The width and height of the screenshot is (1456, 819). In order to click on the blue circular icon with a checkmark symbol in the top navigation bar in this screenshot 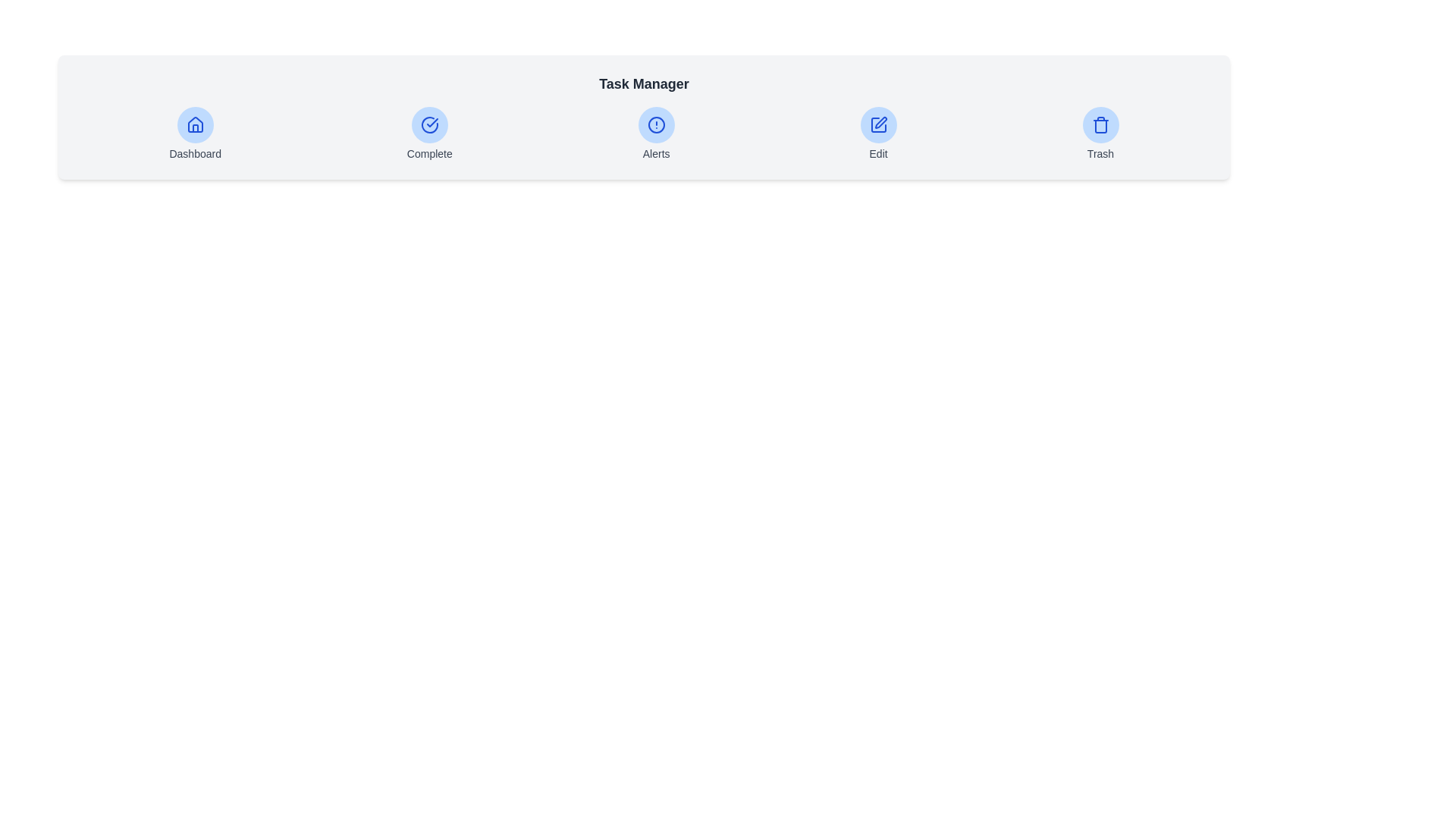, I will do `click(428, 124)`.